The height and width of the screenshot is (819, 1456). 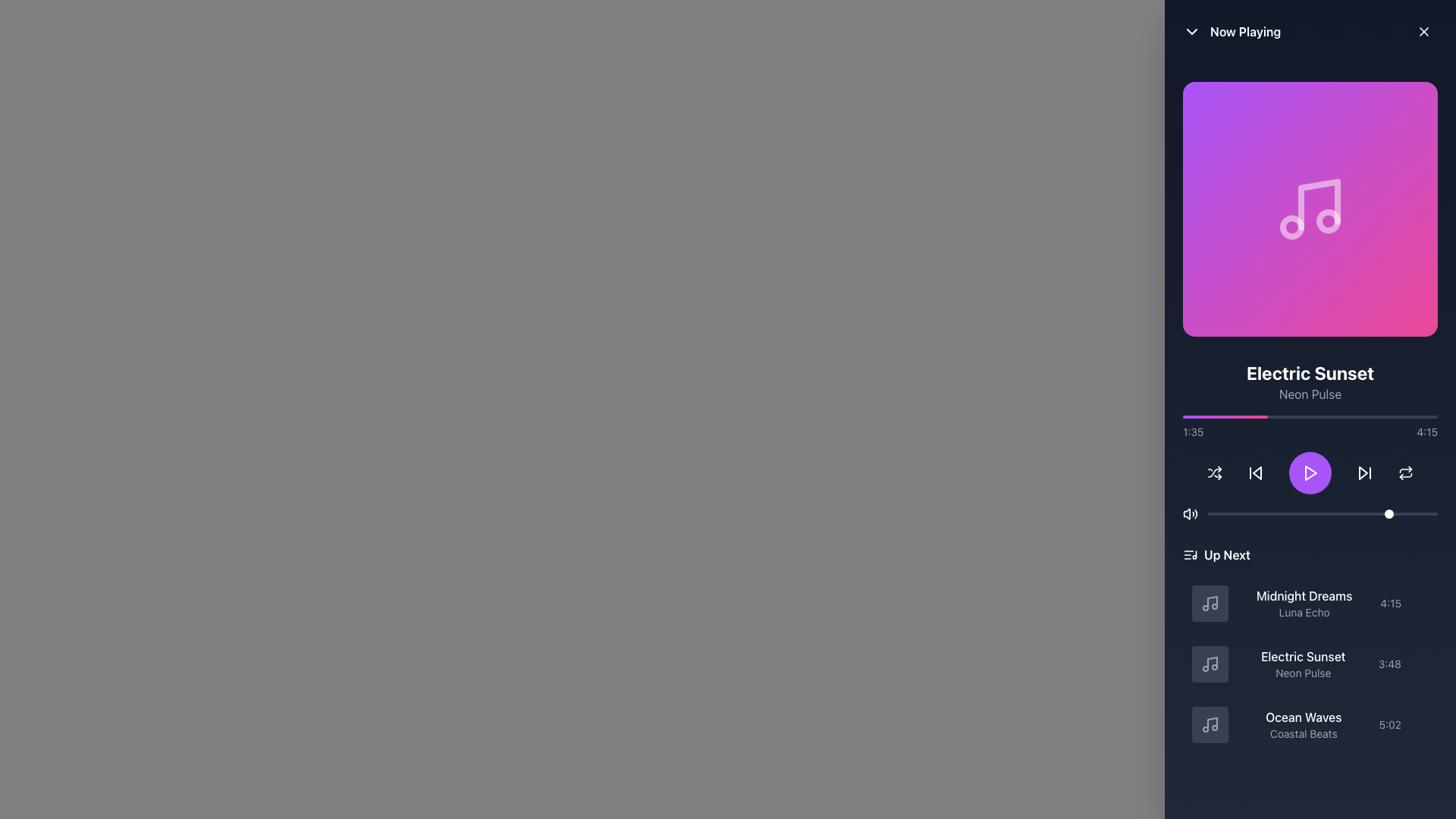 What do you see at coordinates (1423, 32) in the screenshot?
I see `the small circular button with an 'X' icon located at the top-right corner of the 'Now Playing' bar` at bounding box center [1423, 32].